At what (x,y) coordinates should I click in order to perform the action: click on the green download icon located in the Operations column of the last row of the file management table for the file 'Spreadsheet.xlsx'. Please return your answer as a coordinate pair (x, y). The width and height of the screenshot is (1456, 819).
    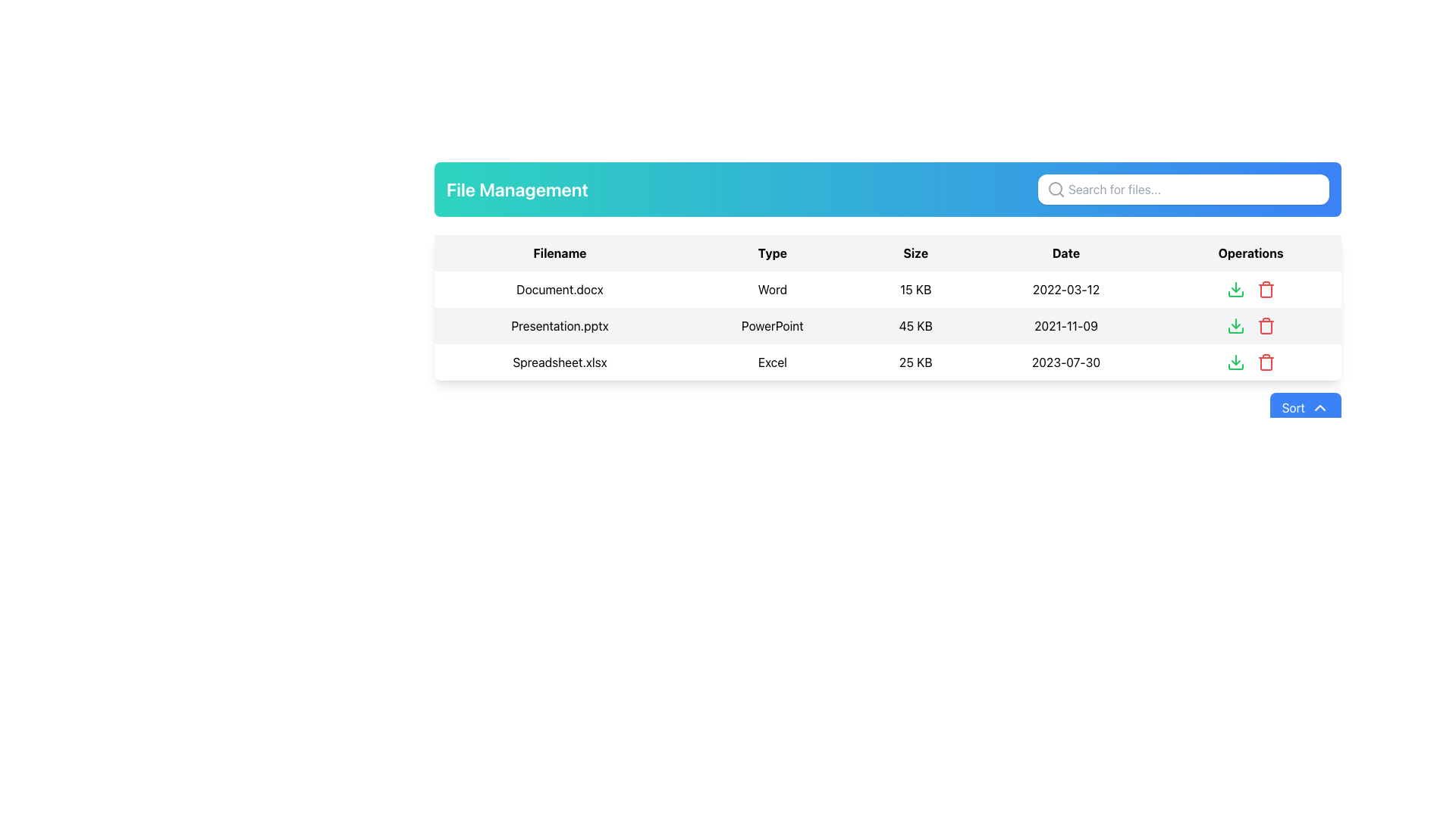
    Looking at the image, I should click on (1250, 362).